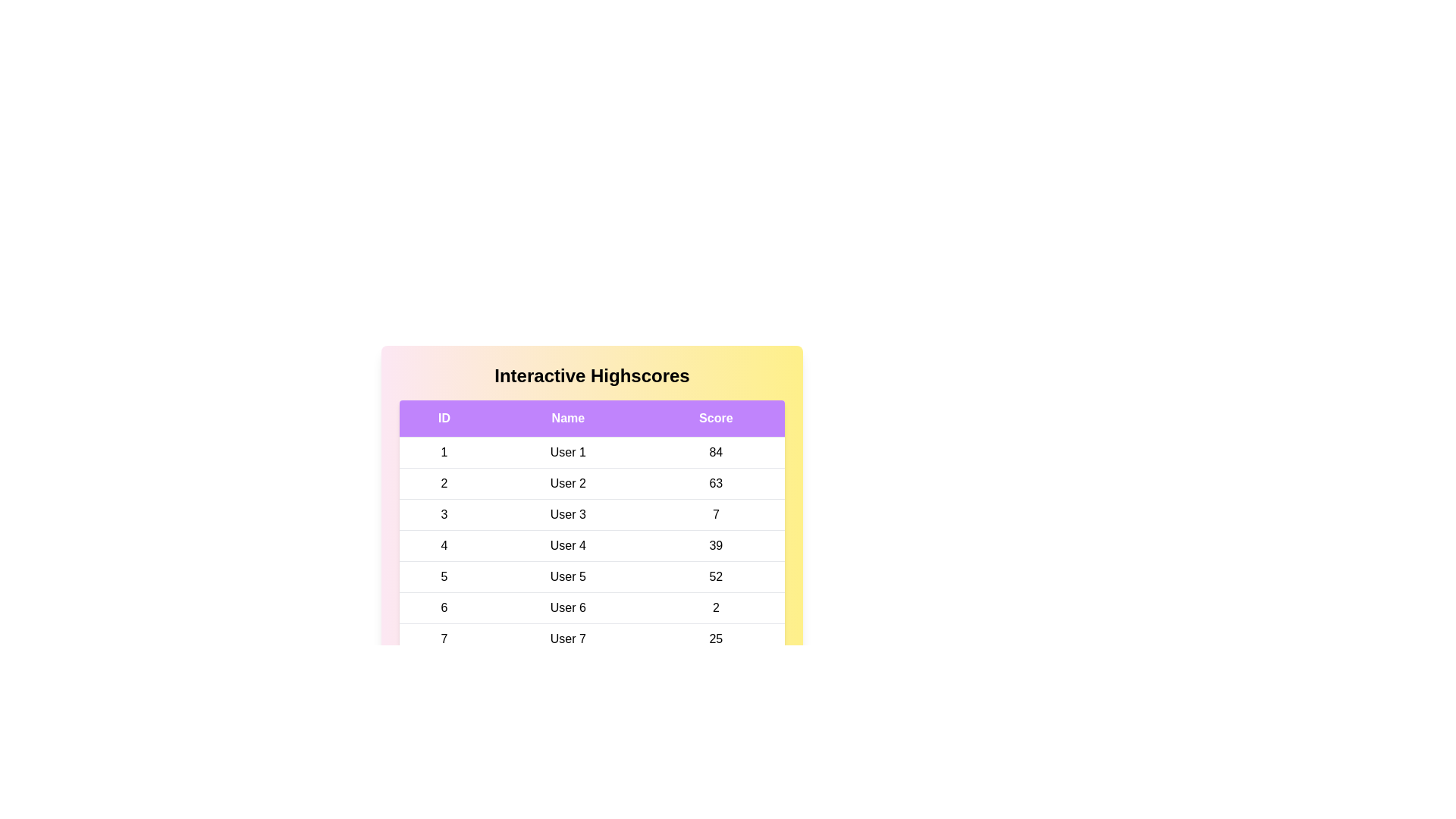 This screenshot has height=819, width=1456. What do you see at coordinates (591, 607) in the screenshot?
I see `the row corresponding to 6` at bounding box center [591, 607].